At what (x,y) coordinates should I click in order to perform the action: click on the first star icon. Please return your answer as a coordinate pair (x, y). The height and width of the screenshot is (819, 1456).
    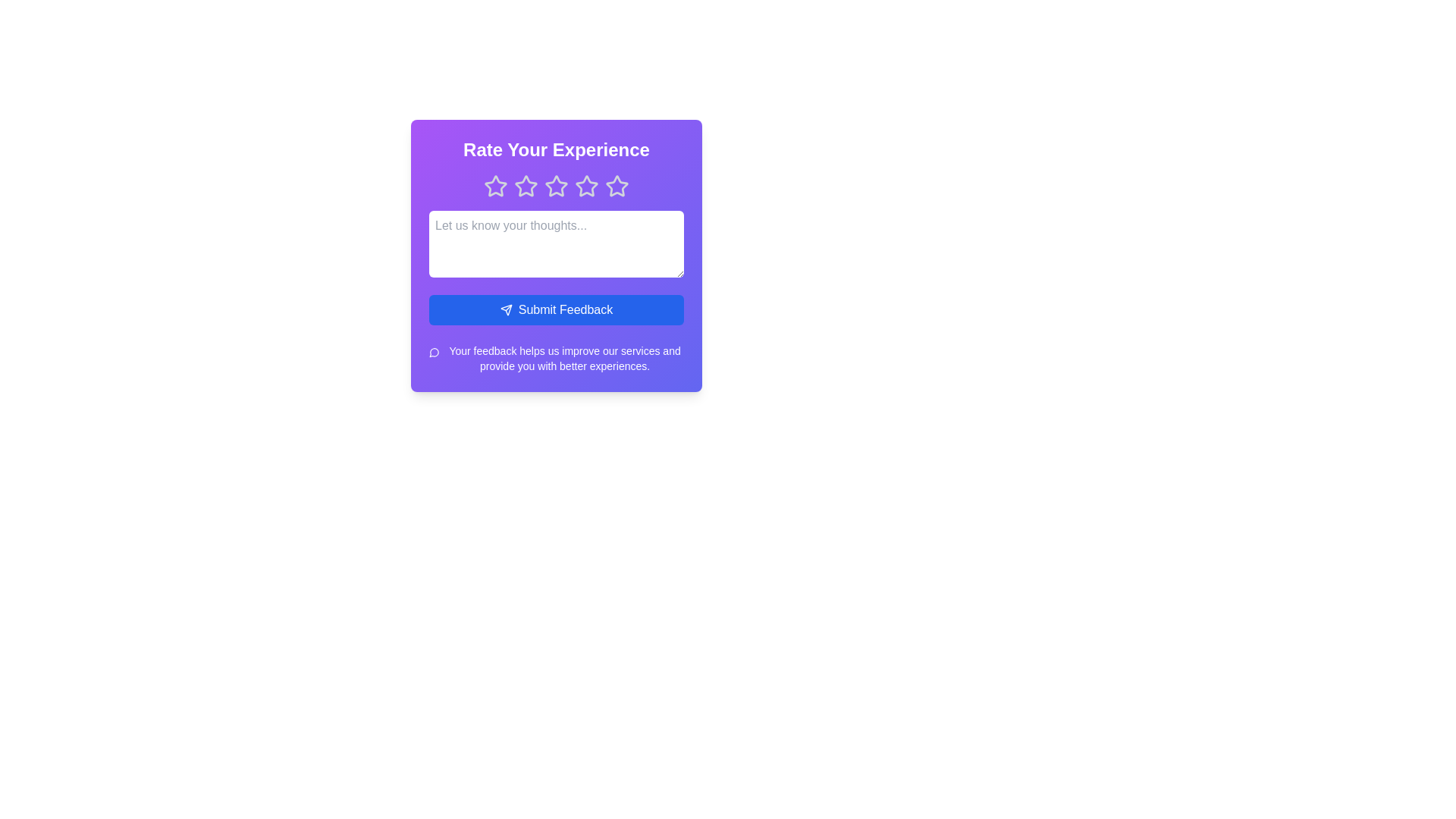
    Looking at the image, I should click on (495, 186).